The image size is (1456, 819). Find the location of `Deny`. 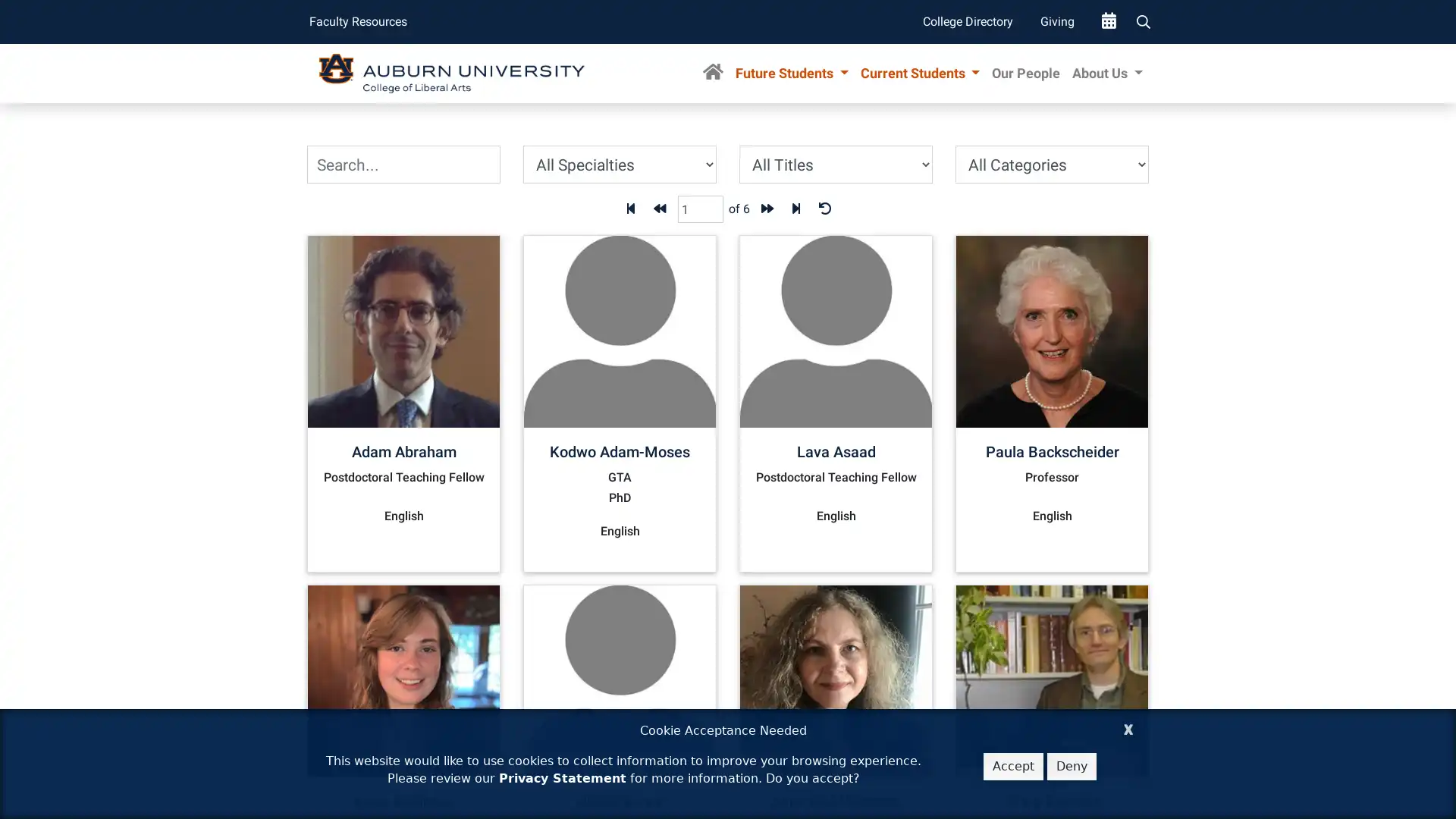

Deny is located at coordinates (1071, 766).